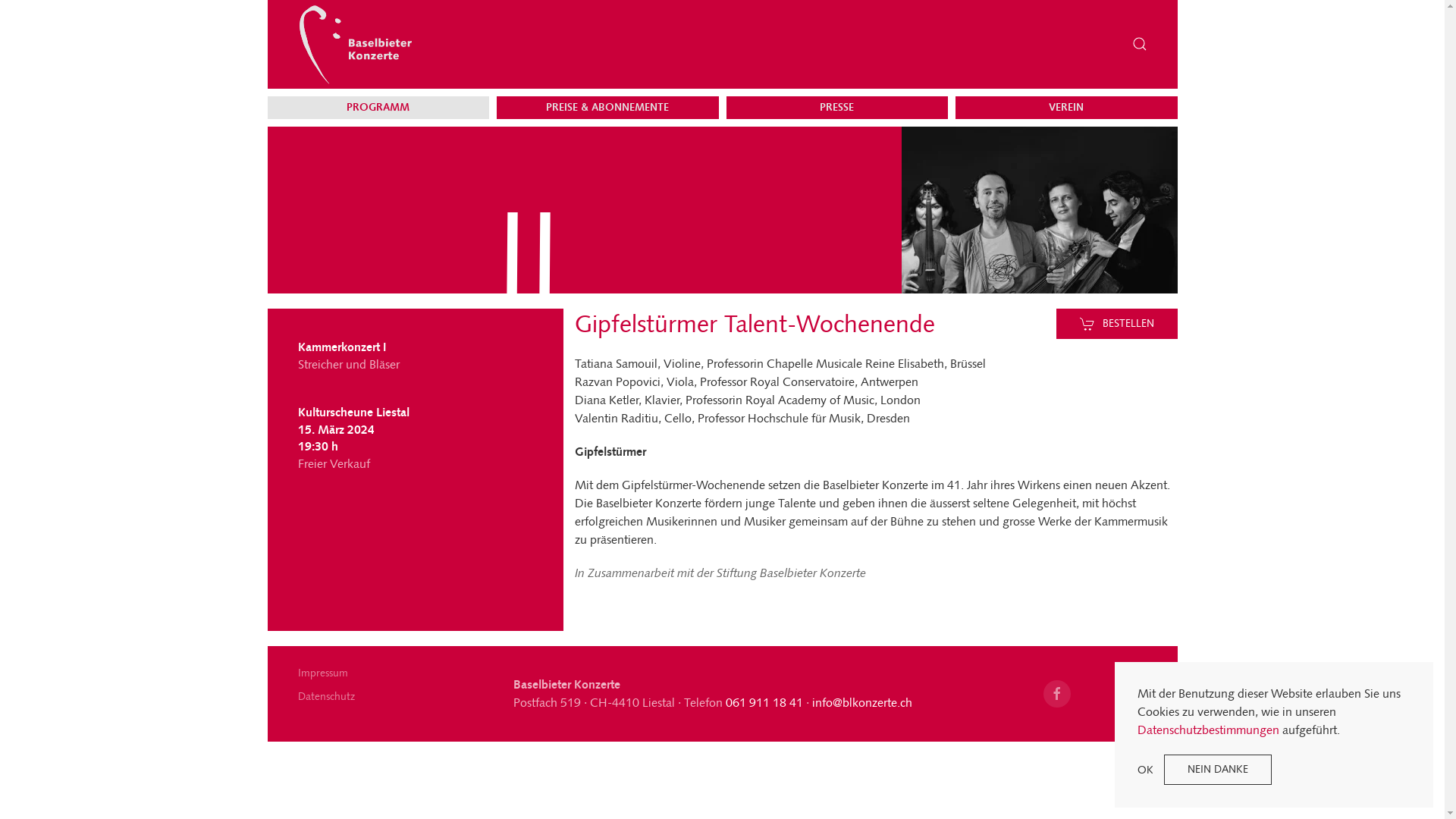  I want to click on 'info@blkonzerte.ch', so click(862, 702).